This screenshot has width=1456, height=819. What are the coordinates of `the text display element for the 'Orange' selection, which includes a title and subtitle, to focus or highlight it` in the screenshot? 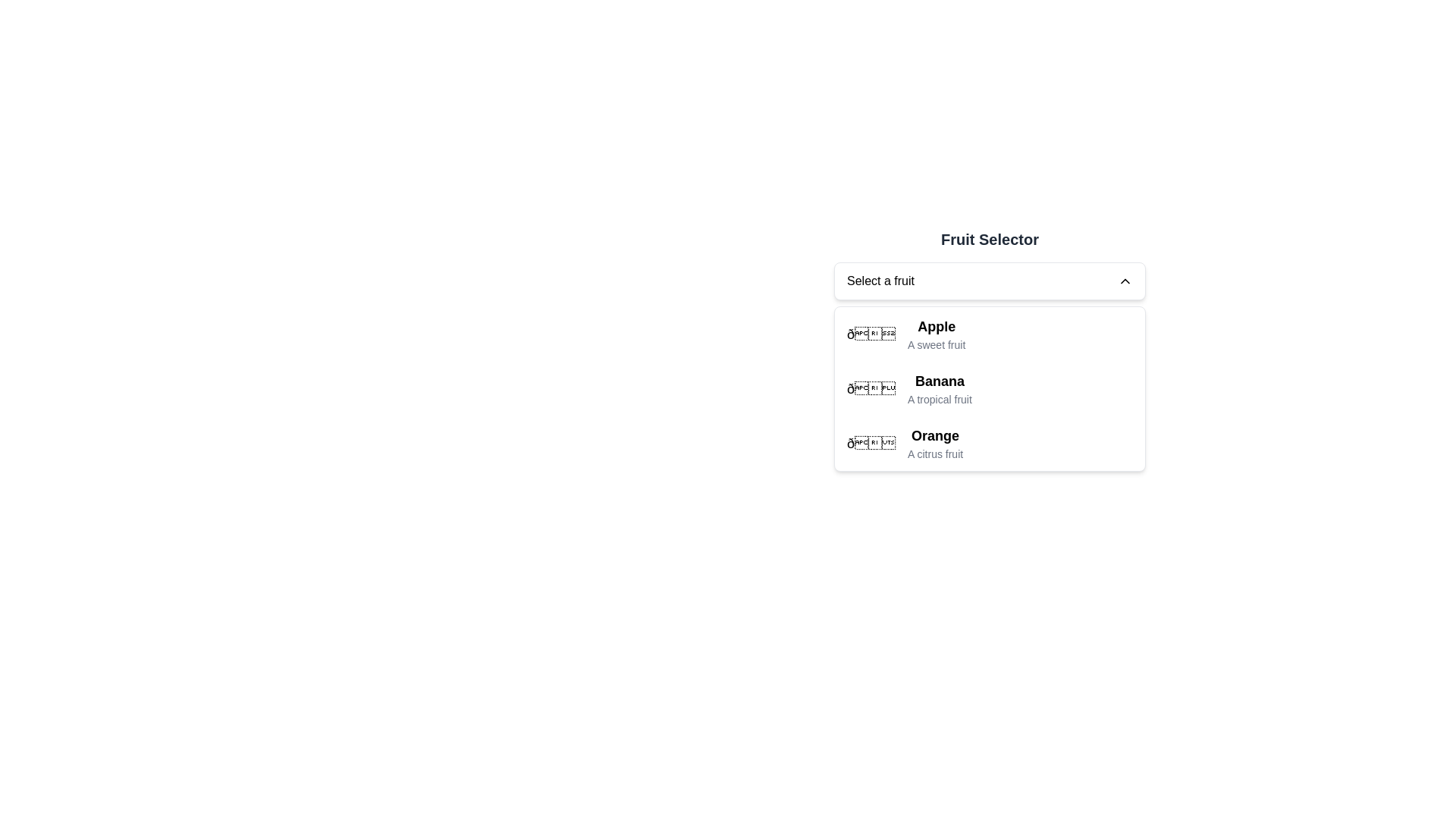 It's located at (934, 444).